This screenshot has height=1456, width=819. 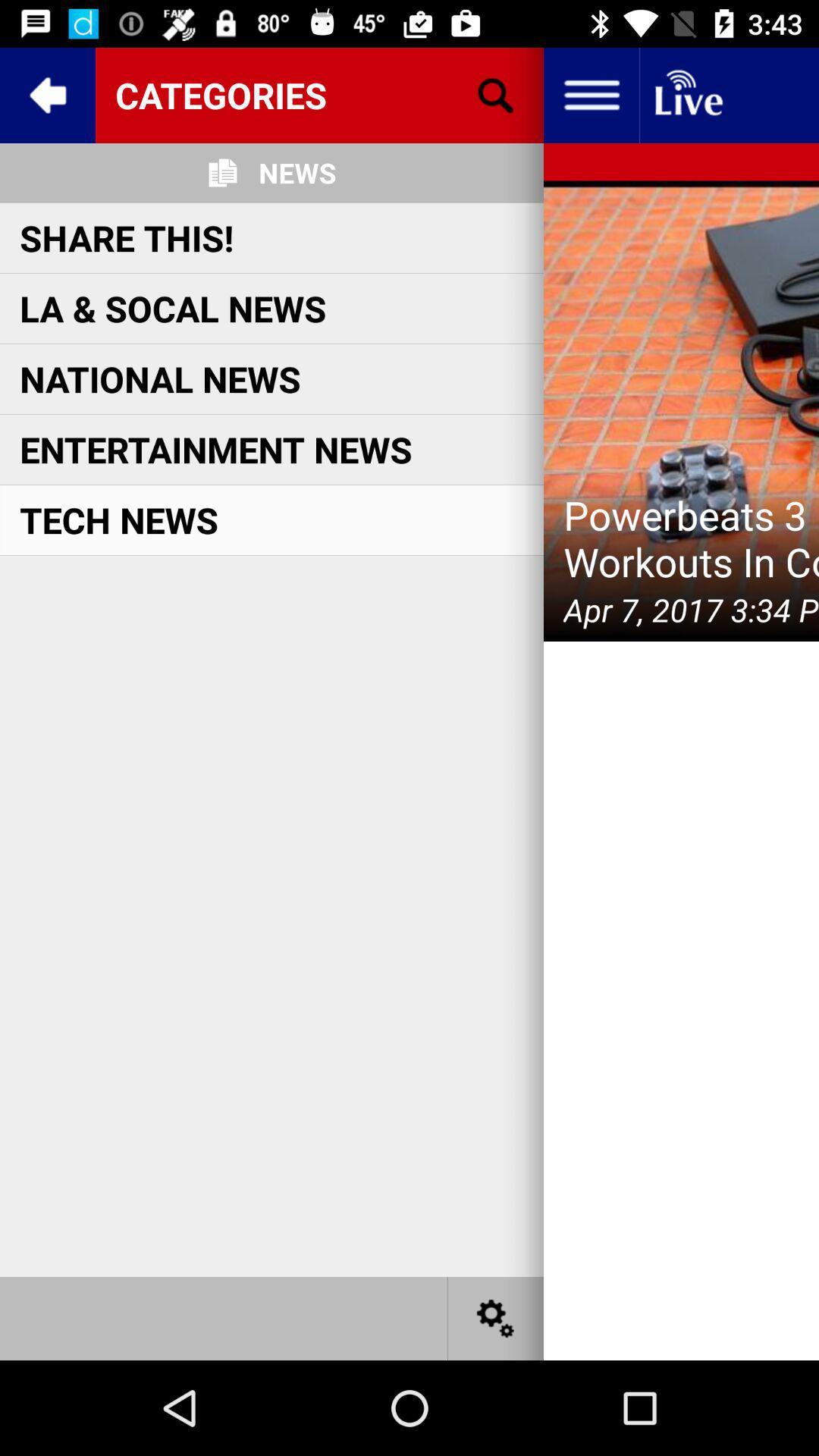 I want to click on apr 7 2017 item, so click(x=691, y=610).